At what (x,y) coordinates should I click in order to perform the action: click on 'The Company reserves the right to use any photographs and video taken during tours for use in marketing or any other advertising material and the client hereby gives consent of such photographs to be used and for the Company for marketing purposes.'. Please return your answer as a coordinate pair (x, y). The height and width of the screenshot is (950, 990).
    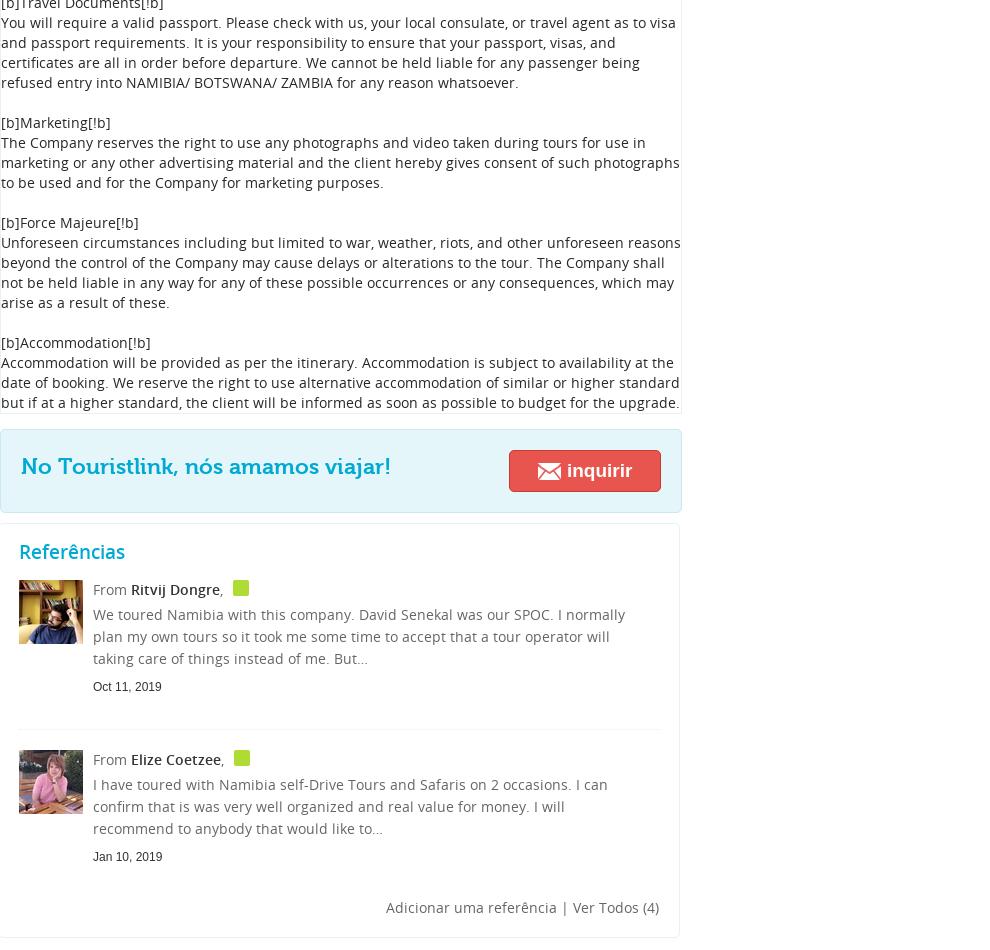
    Looking at the image, I should click on (0, 162).